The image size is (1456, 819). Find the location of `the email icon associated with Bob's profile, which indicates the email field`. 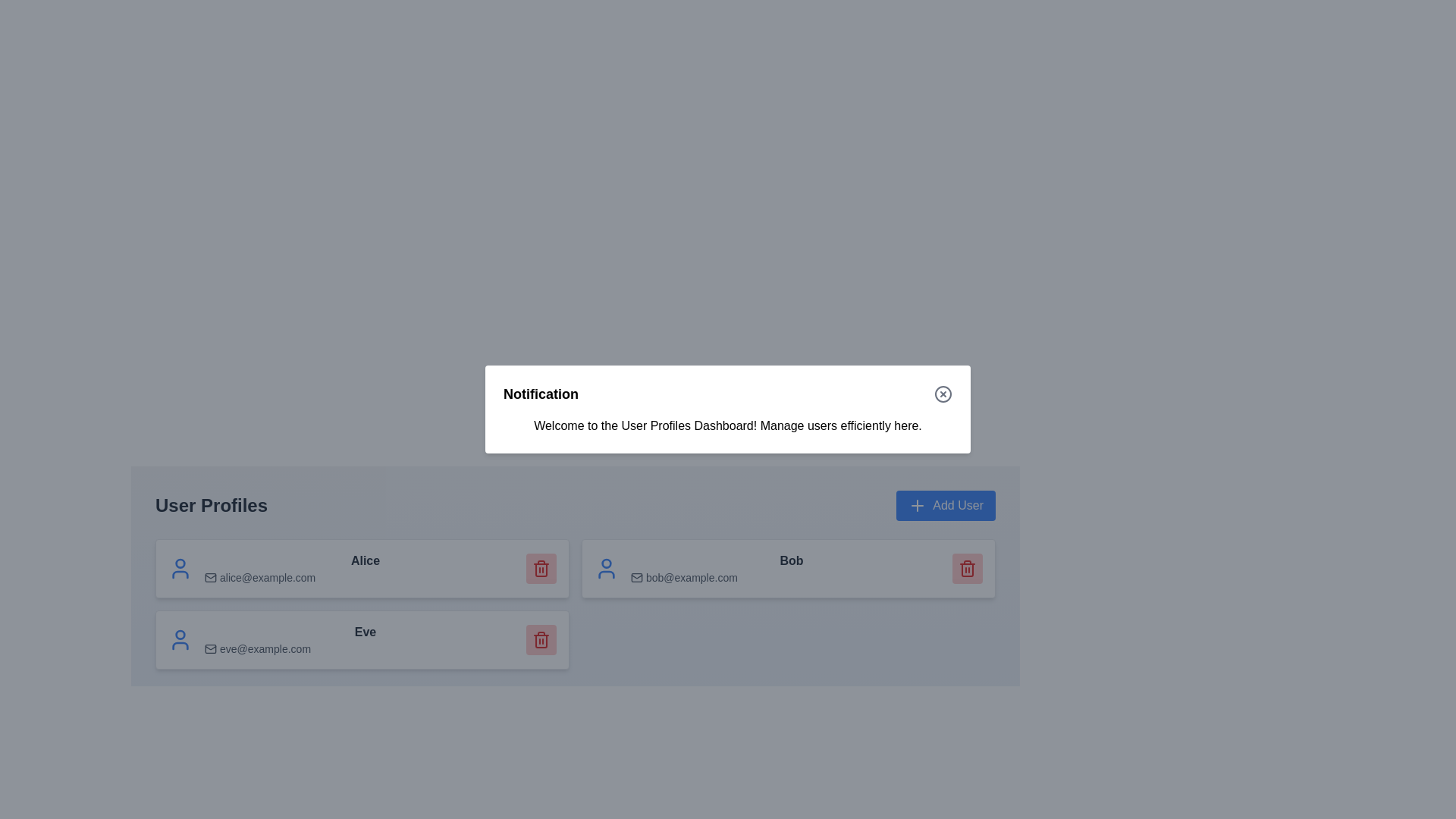

the email icon associated with Bob's profile, which indicates the email field is located at coordinates (637, 578).